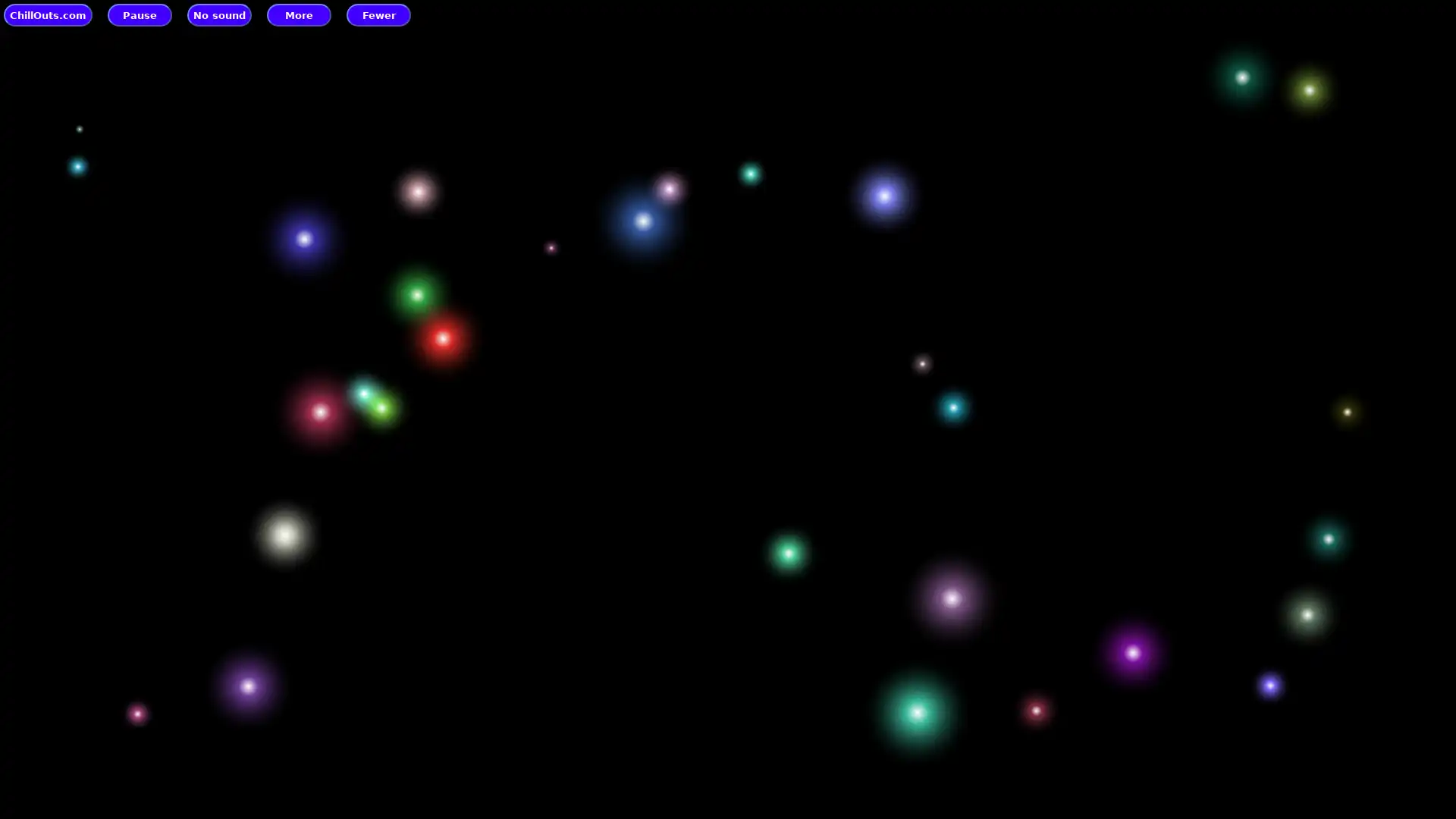 The height and width of the screenshot is (819, 1456). What do you see at coordinates (378, 14) in the screenshot?
I see `Fewer` at bounding box center [378, 14].